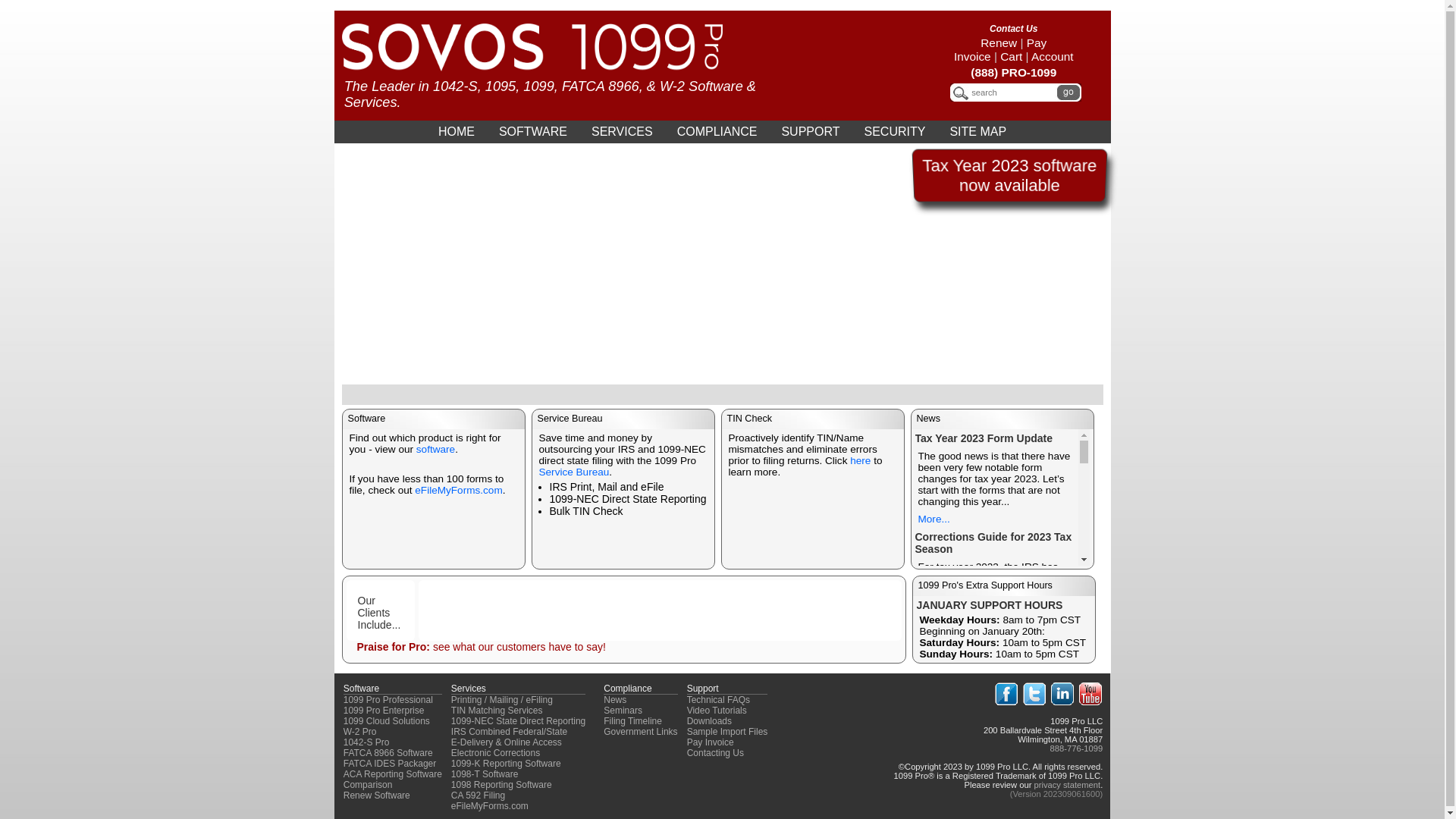 The image size is (1456, 819). Describe the element at coordinates (359, 730) in the screenshot. I see `'W-2 Pro'` at that location.